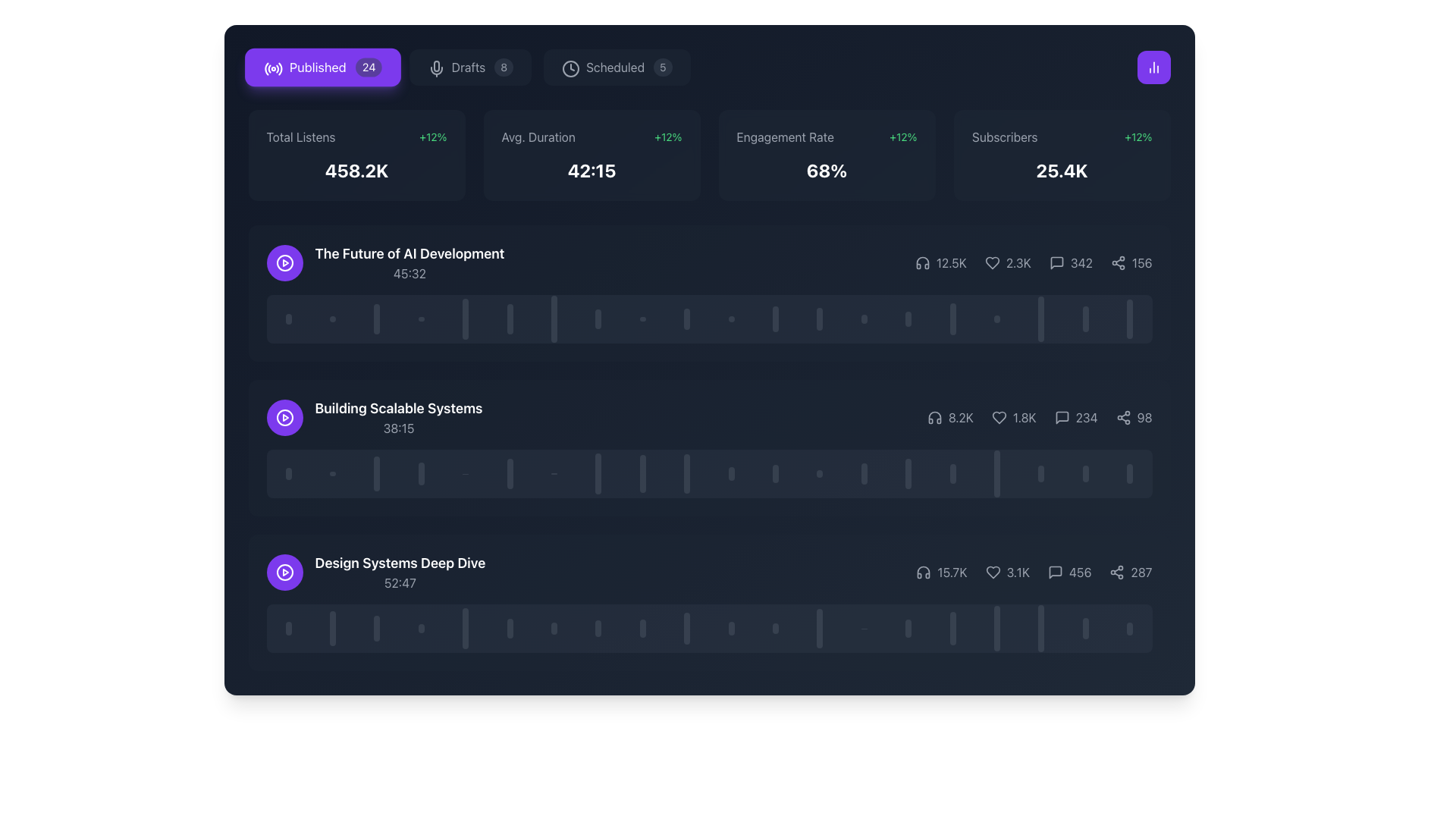 The width and height of the screenshot is (1456, 819). I want to click on the 13th vertical bar chart column element located in the second timeline interface beneath the 'Building Scalable Systems' podcast entry, so click(819, 472).